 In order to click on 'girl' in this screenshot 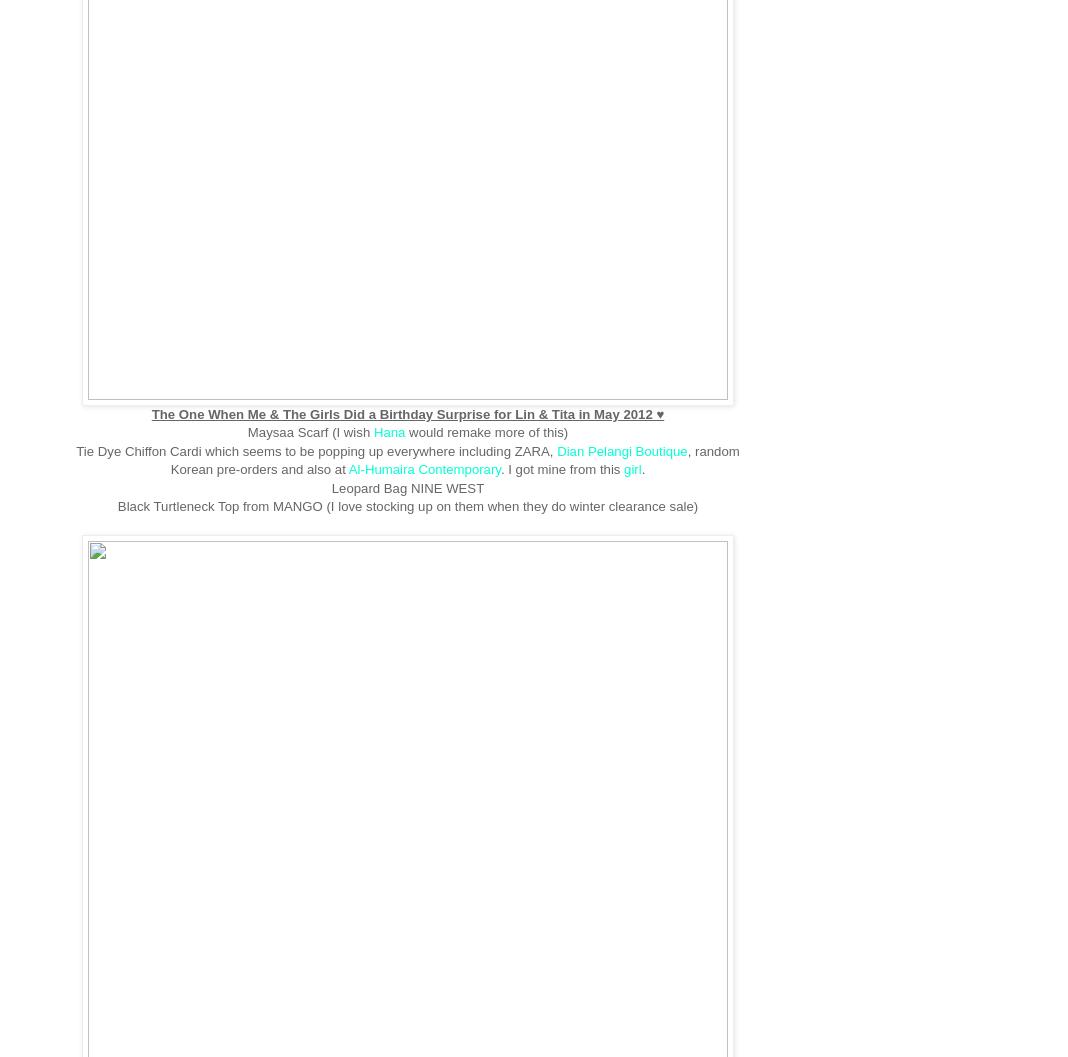, I will do `click(631, 469)`.